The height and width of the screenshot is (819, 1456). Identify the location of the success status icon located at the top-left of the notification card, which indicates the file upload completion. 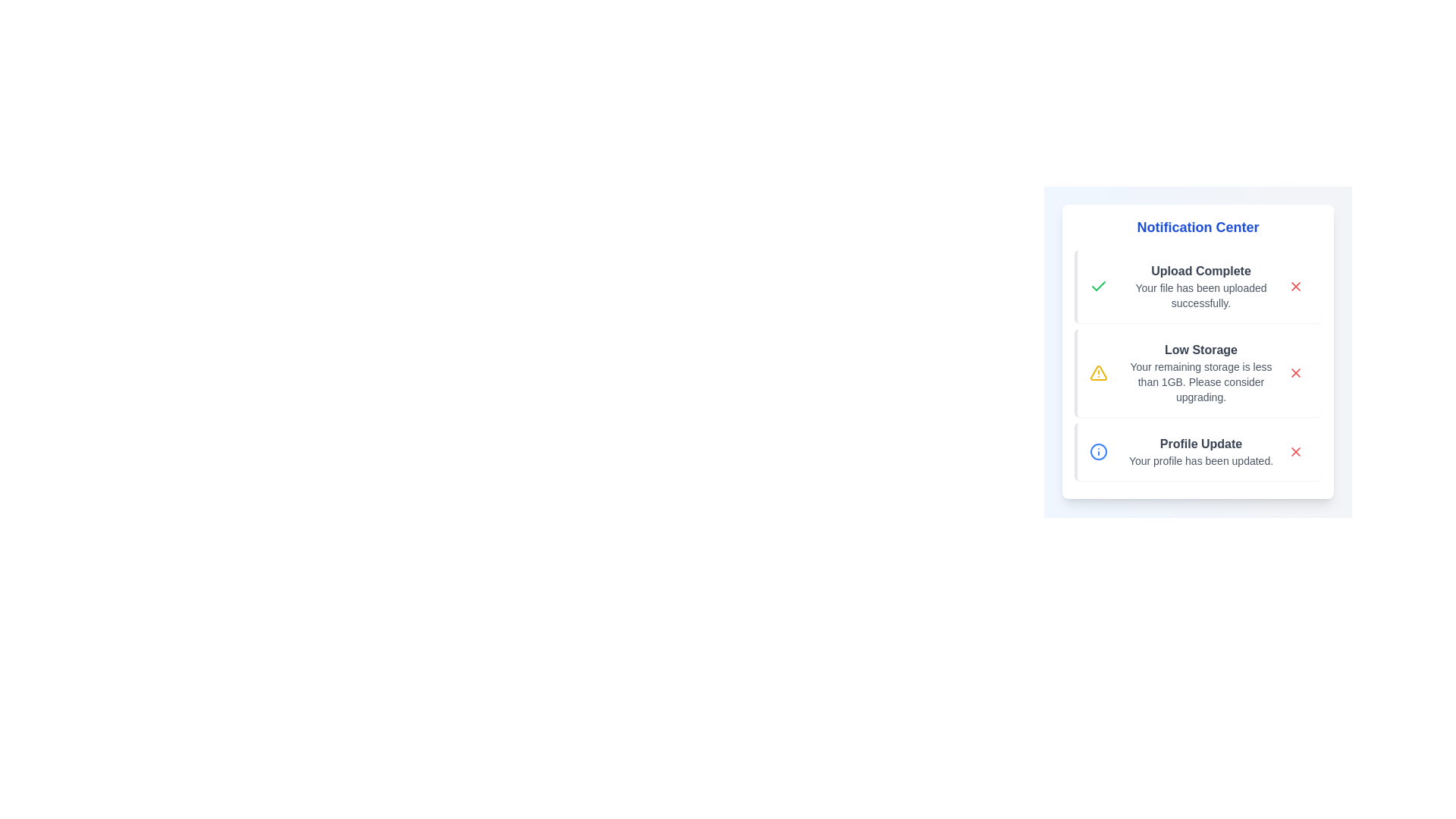
(1099, 287).